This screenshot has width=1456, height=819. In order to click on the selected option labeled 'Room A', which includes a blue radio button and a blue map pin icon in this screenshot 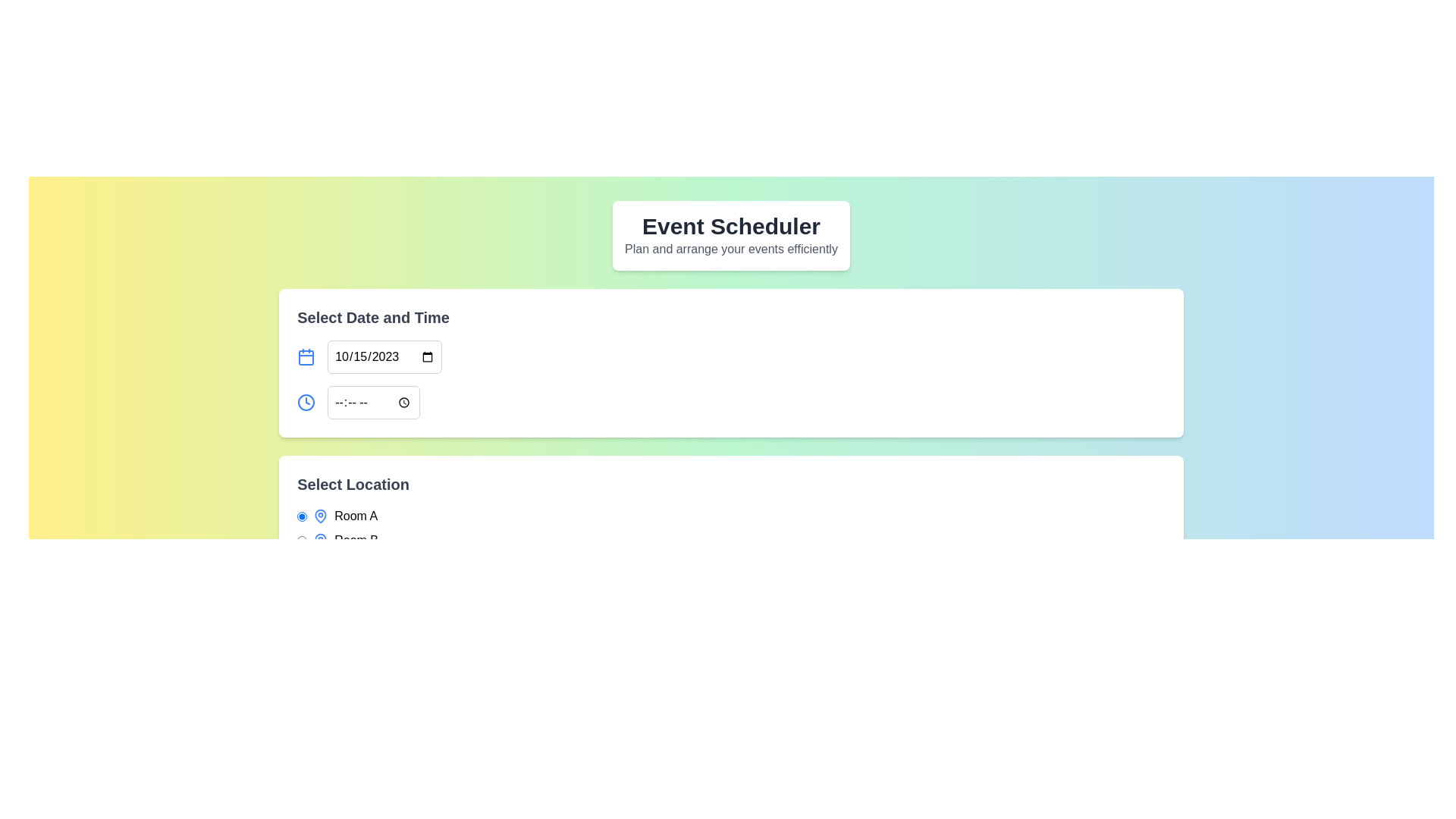, I will do `click(337, 516)`.